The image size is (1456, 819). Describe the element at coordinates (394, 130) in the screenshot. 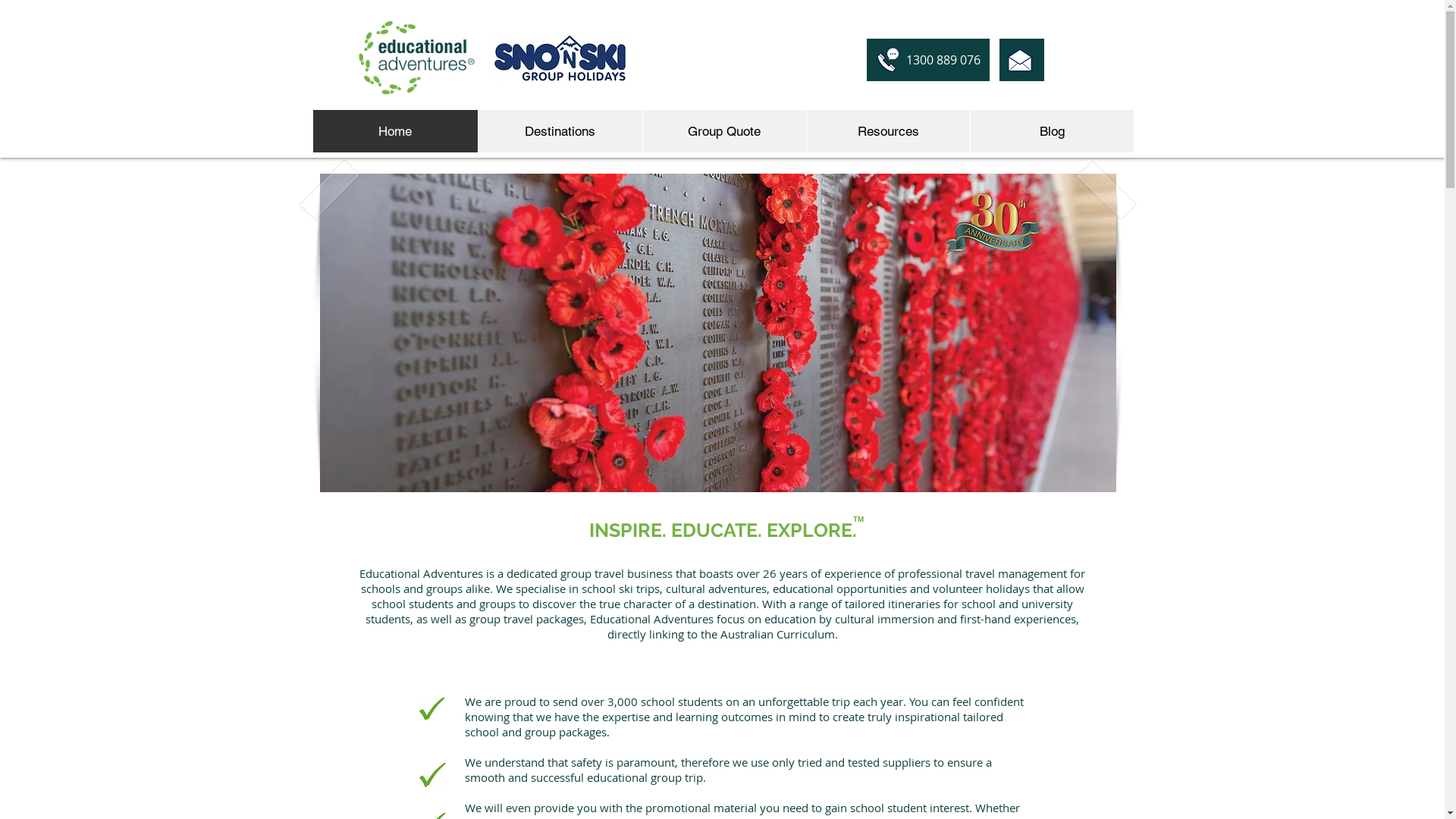

I see `'Home'` at that location.